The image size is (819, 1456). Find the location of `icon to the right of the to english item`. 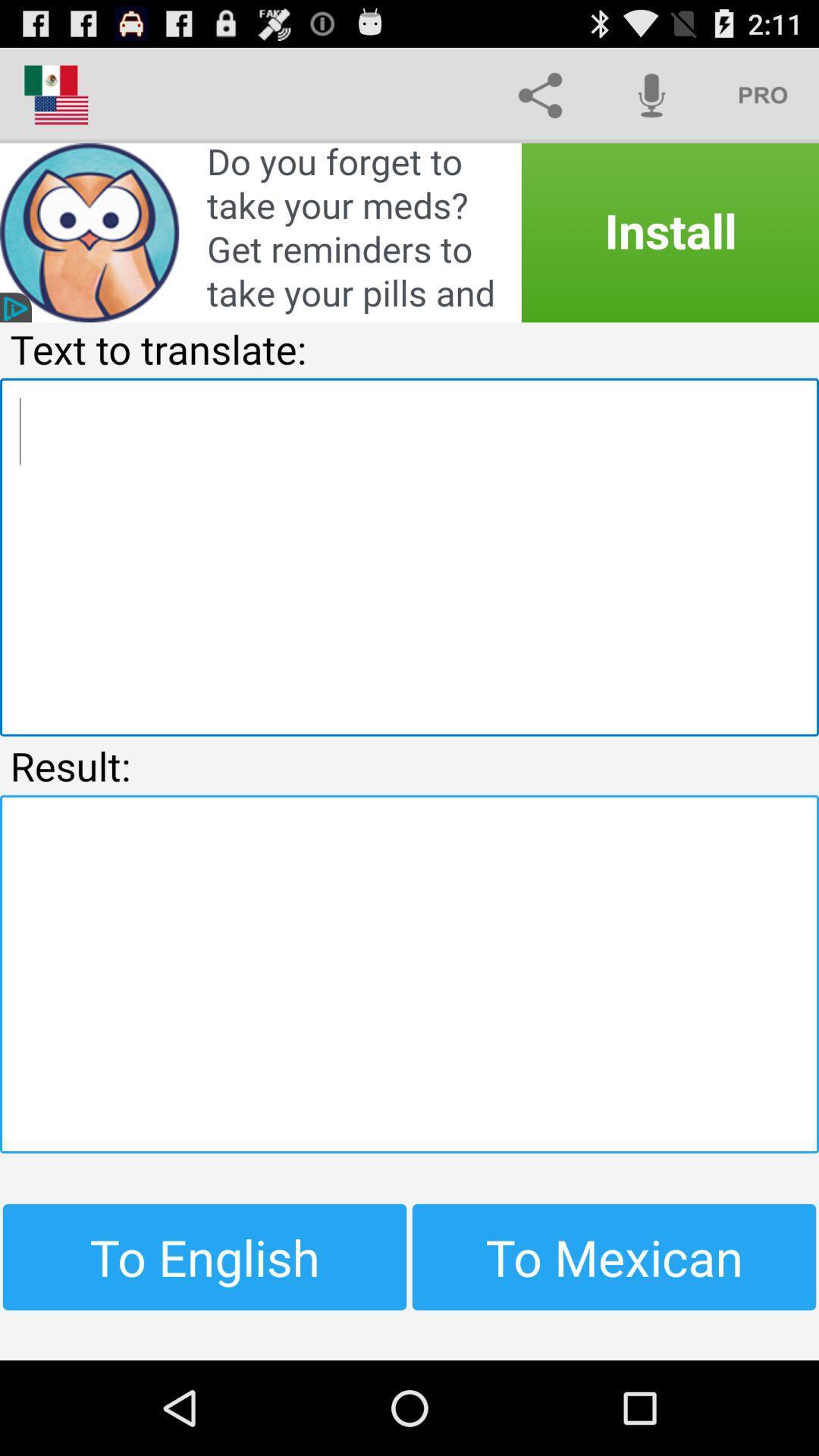

icon to the right of the to english item is located at coordinates (614, 1257).